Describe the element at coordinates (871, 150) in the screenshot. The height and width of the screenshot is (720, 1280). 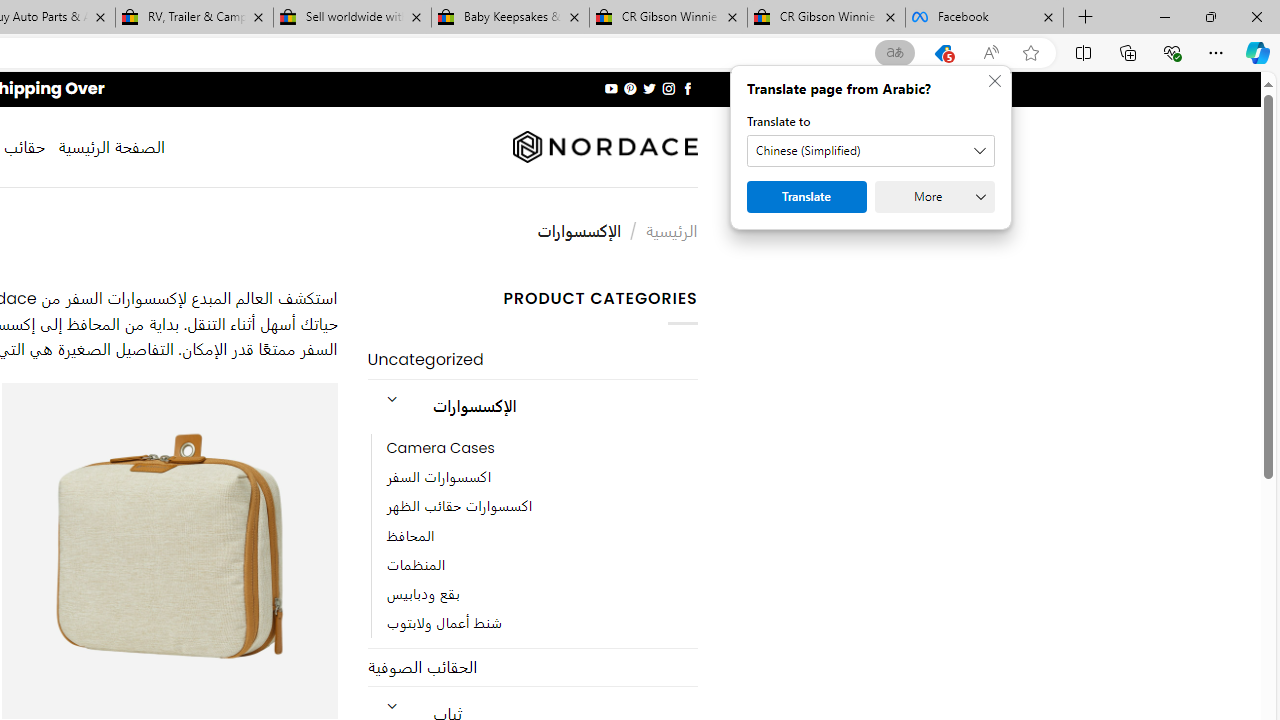
I see `'Translate to'` at that location.